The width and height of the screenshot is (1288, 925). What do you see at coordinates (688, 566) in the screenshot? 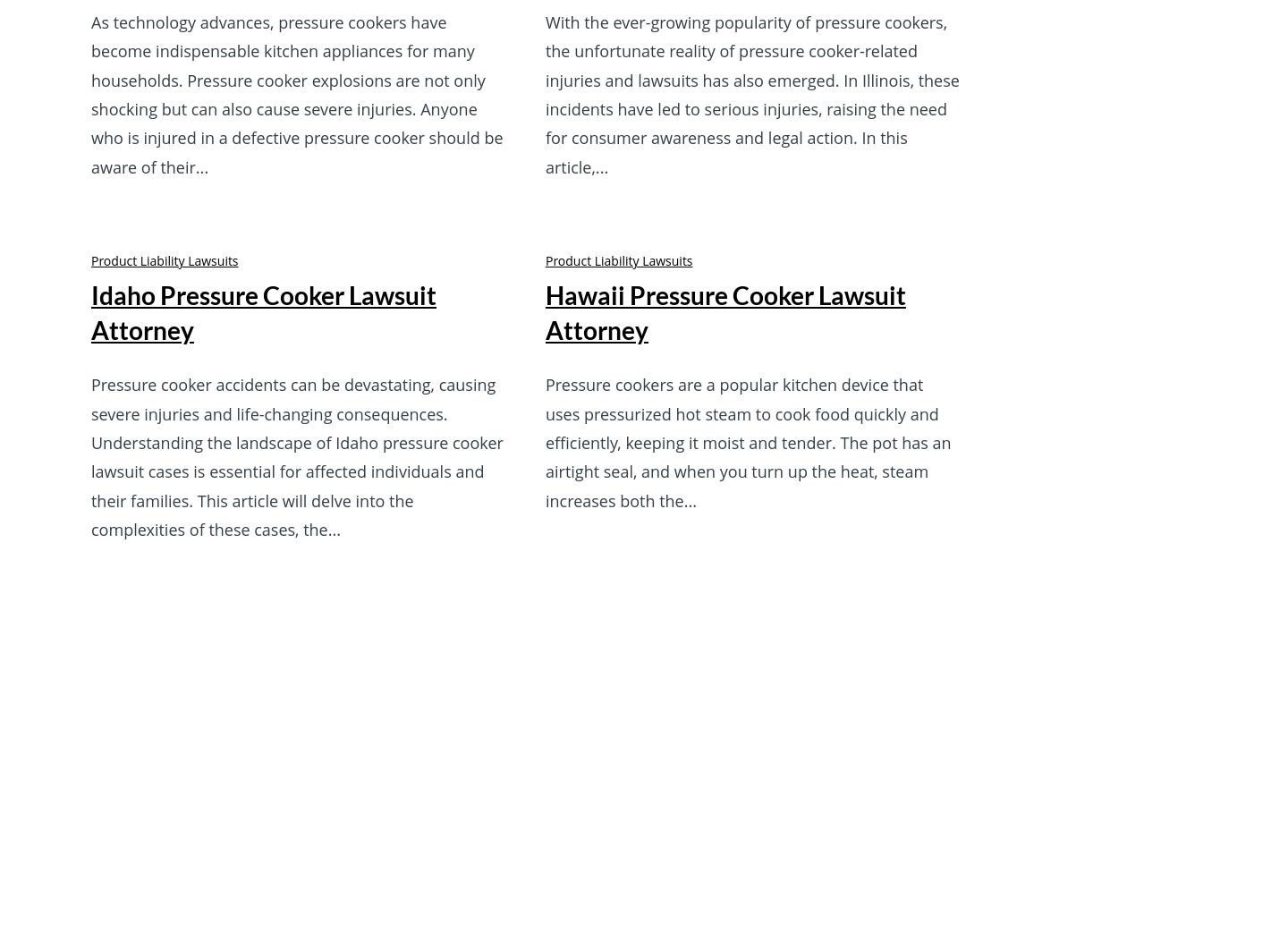
I see `'Food Poisoning'` at bounding box center [688, 566].